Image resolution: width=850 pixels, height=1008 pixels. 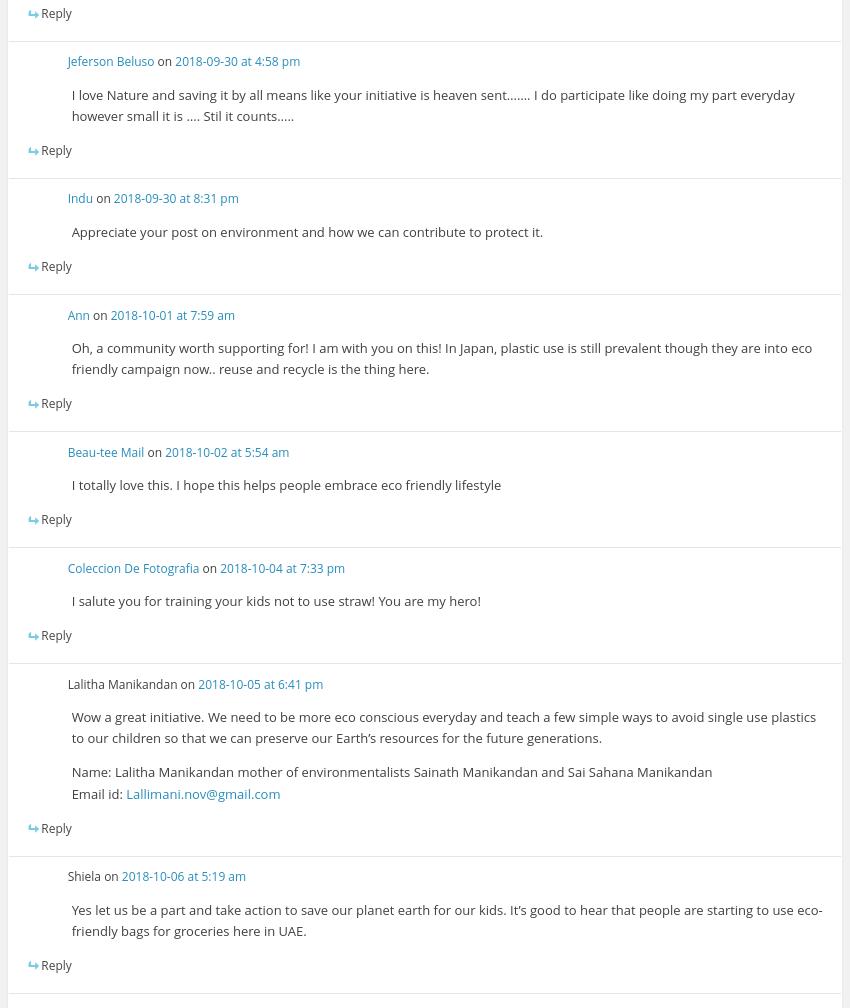 What do you see at coordinates (83, 876) in the screenshot?
I see `'Shiela'` at bounding box center [83, 876].